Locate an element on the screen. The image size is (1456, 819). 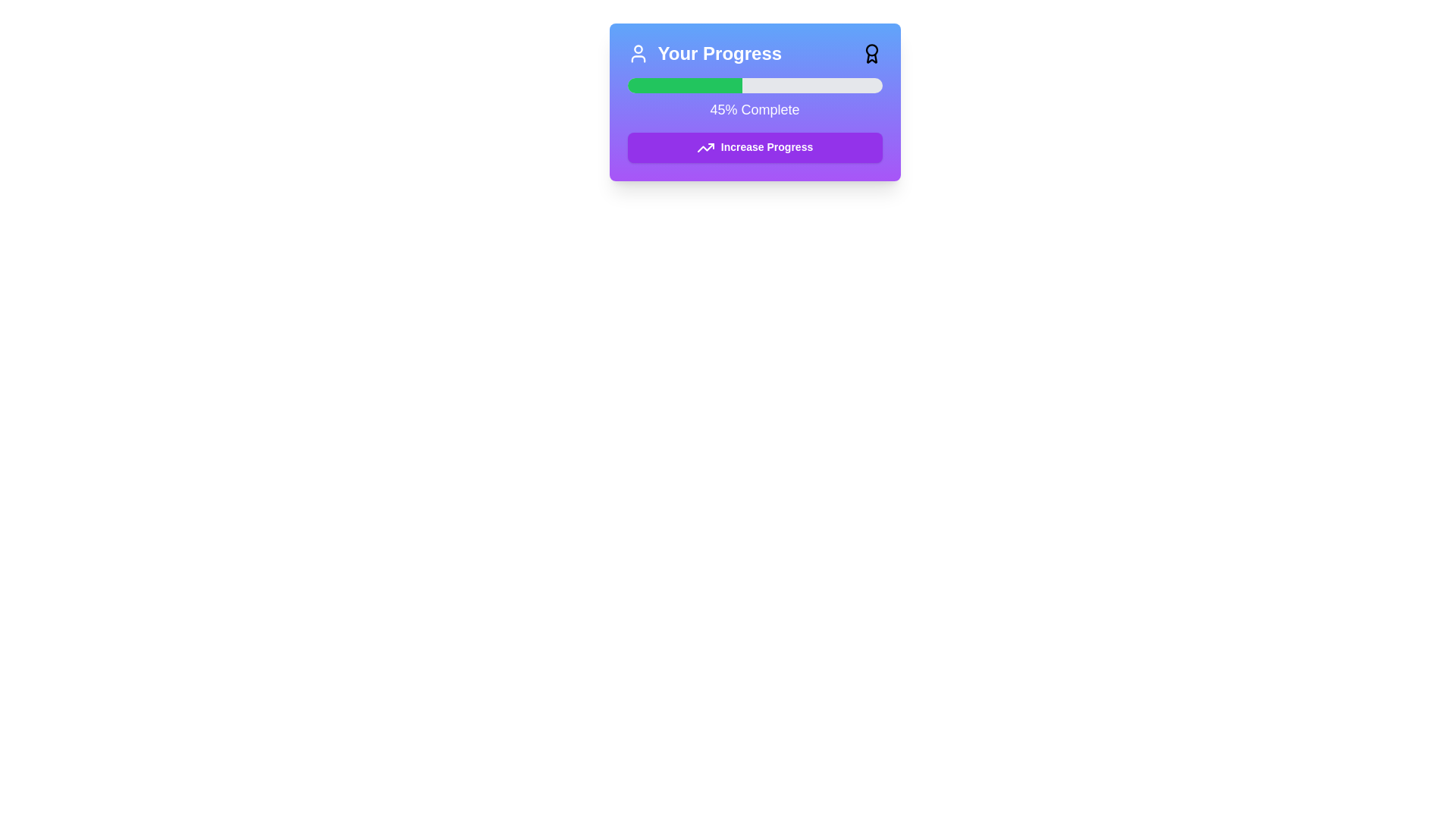
the user profile or account indicator icon located in the blue header area of the progress card, which is the first item on the left before the label 'Your Progress' is located at coordinates (638, 52).